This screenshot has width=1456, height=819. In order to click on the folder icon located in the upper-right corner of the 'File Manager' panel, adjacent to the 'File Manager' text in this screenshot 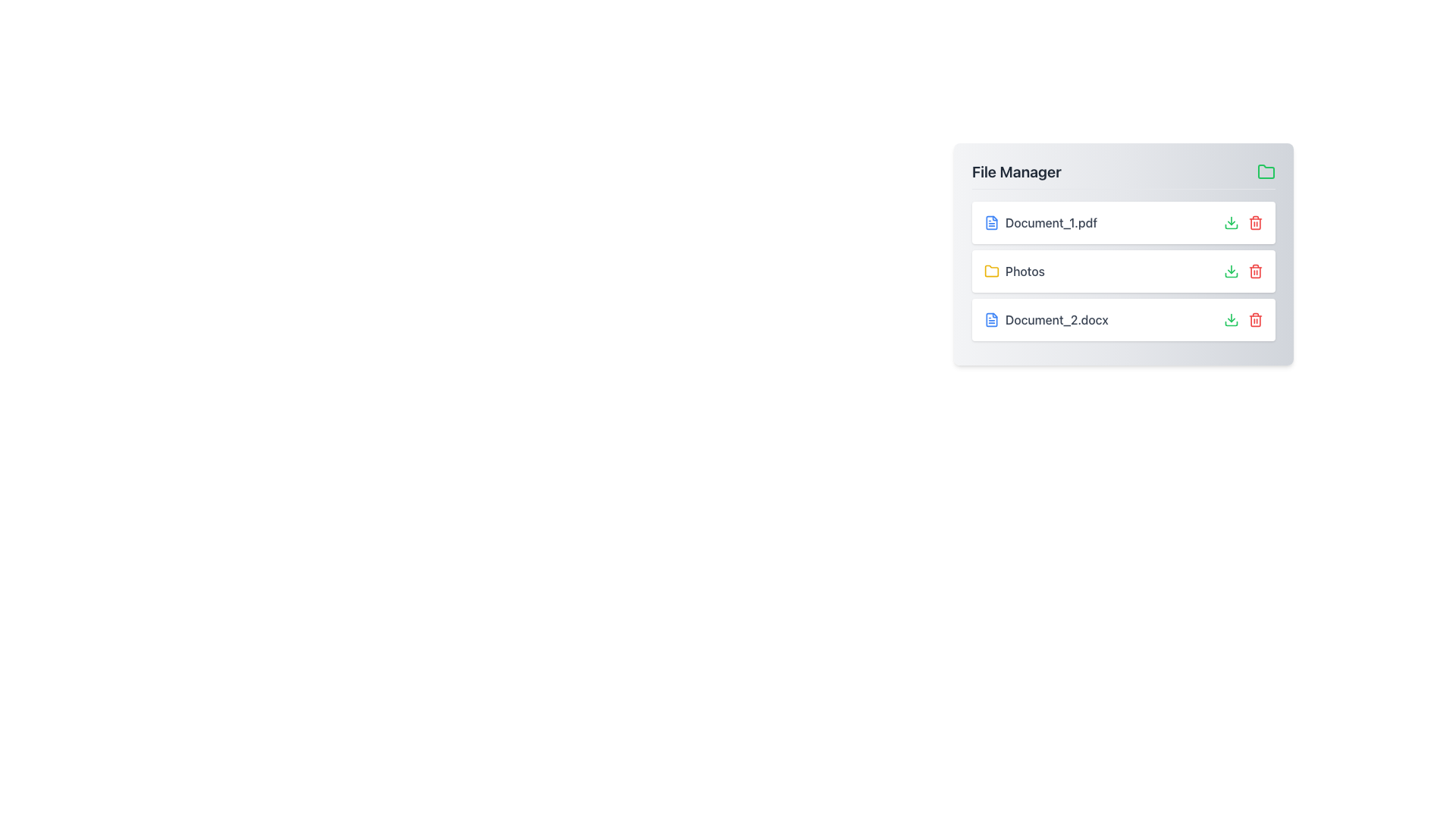, I will do `click(1266, 171)`.